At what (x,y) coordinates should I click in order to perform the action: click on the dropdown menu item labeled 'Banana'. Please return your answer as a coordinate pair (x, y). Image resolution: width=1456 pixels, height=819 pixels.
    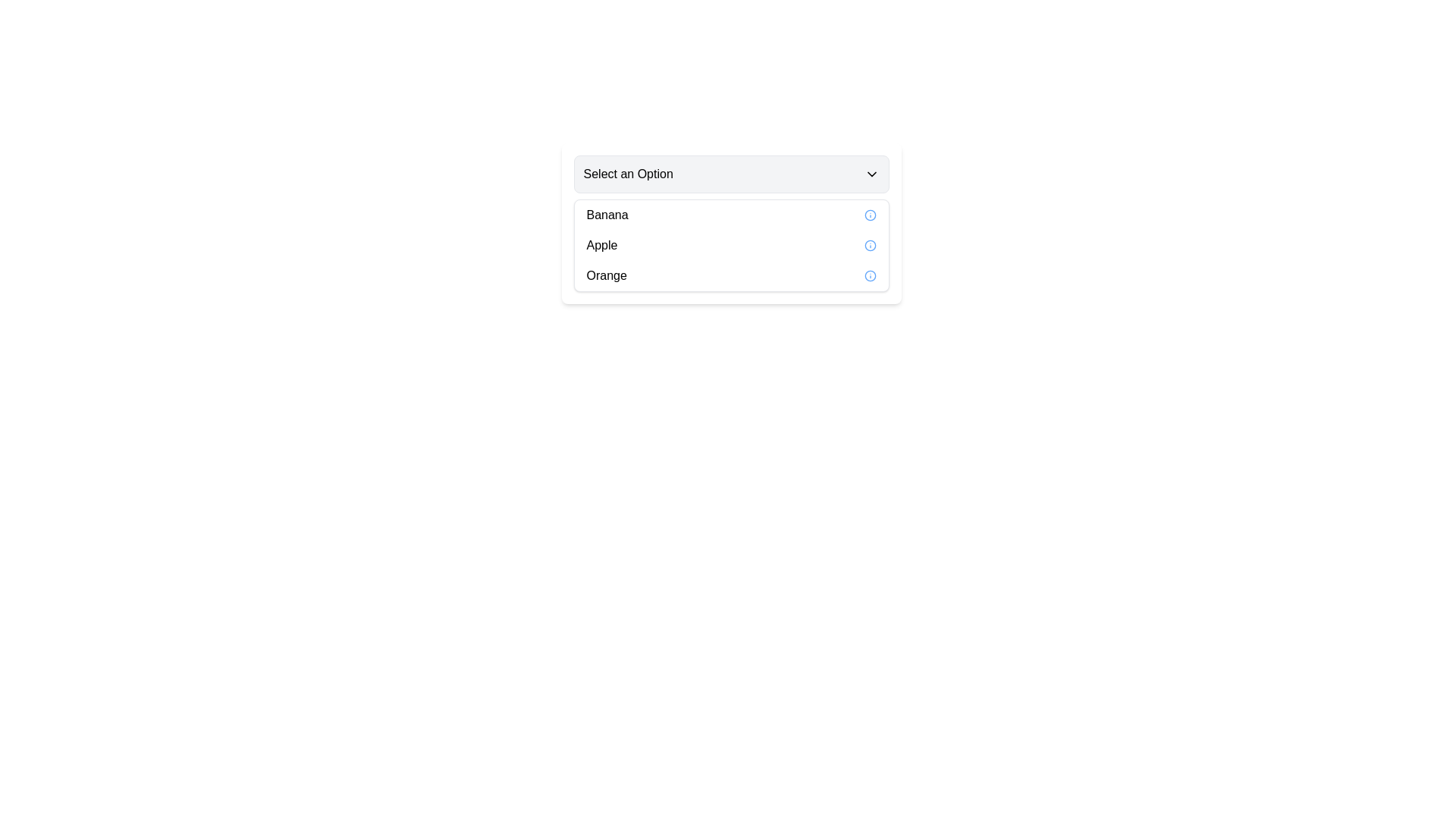
    Looking at the image, I should click on (731, 223).